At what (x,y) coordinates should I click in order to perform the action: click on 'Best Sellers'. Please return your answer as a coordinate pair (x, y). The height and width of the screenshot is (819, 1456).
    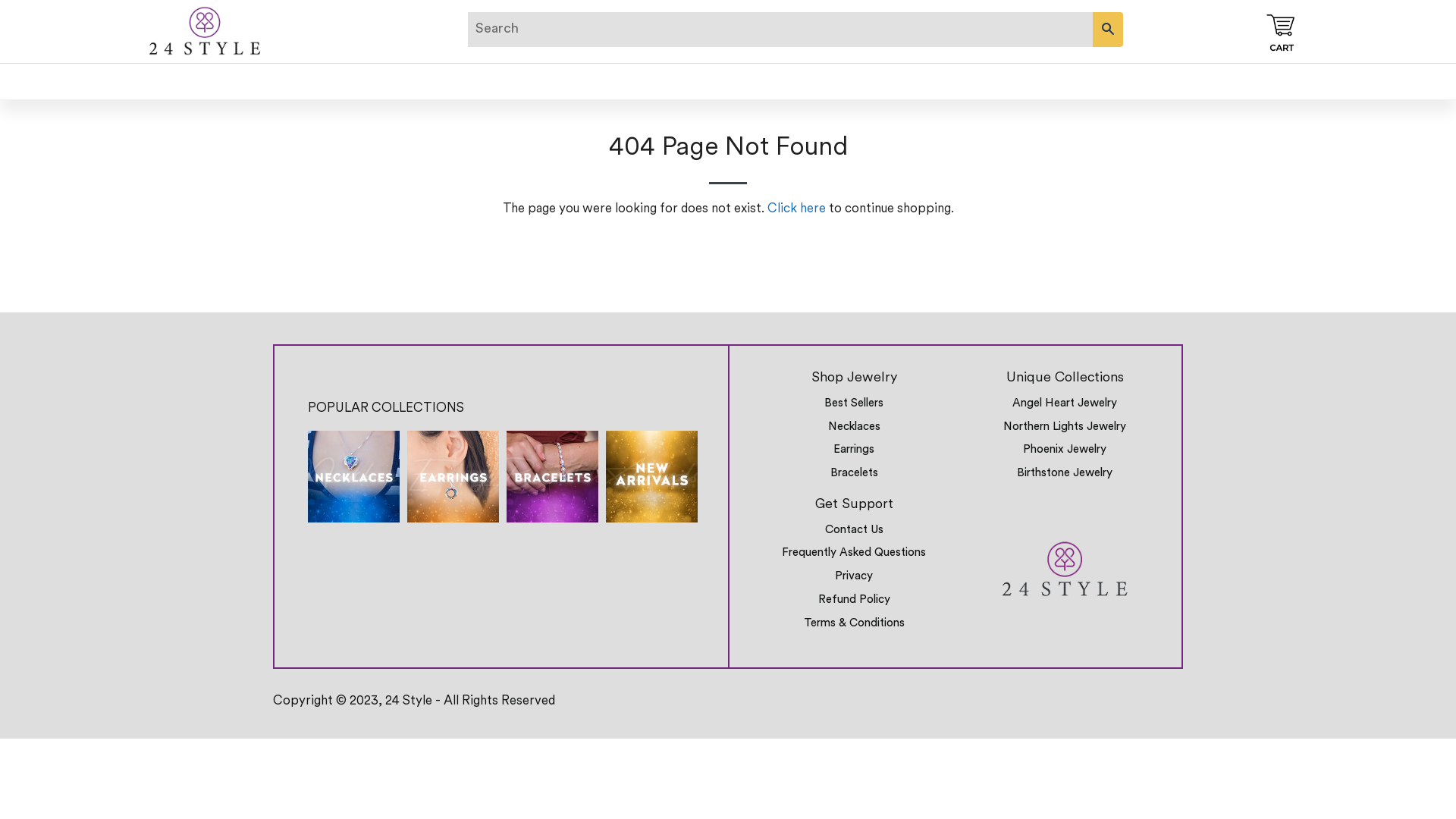
    Looking at the image, I should click on (854, 403).